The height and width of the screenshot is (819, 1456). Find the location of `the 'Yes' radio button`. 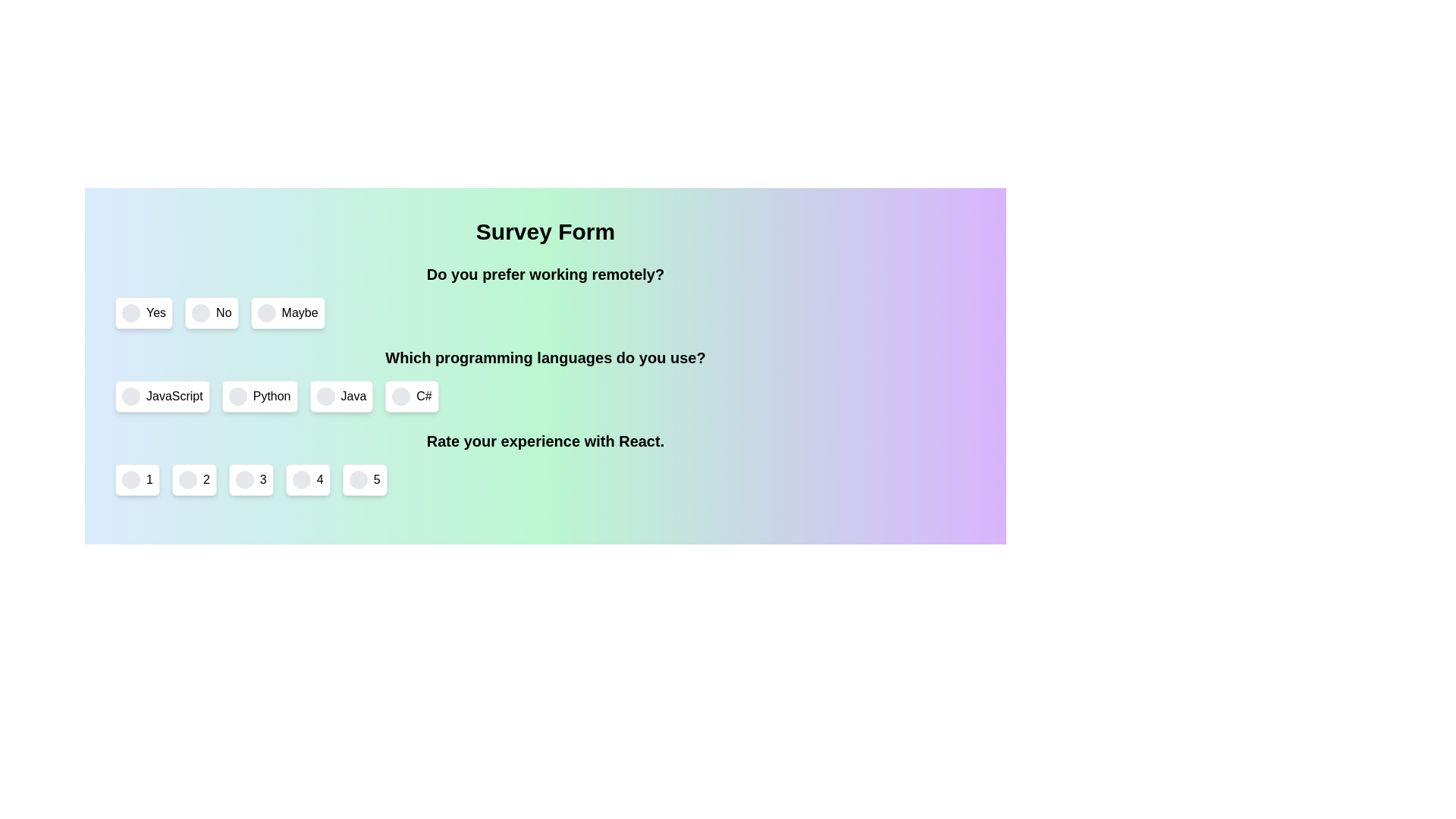

the 'Yes' radio button is located at coordinates (130, 312).